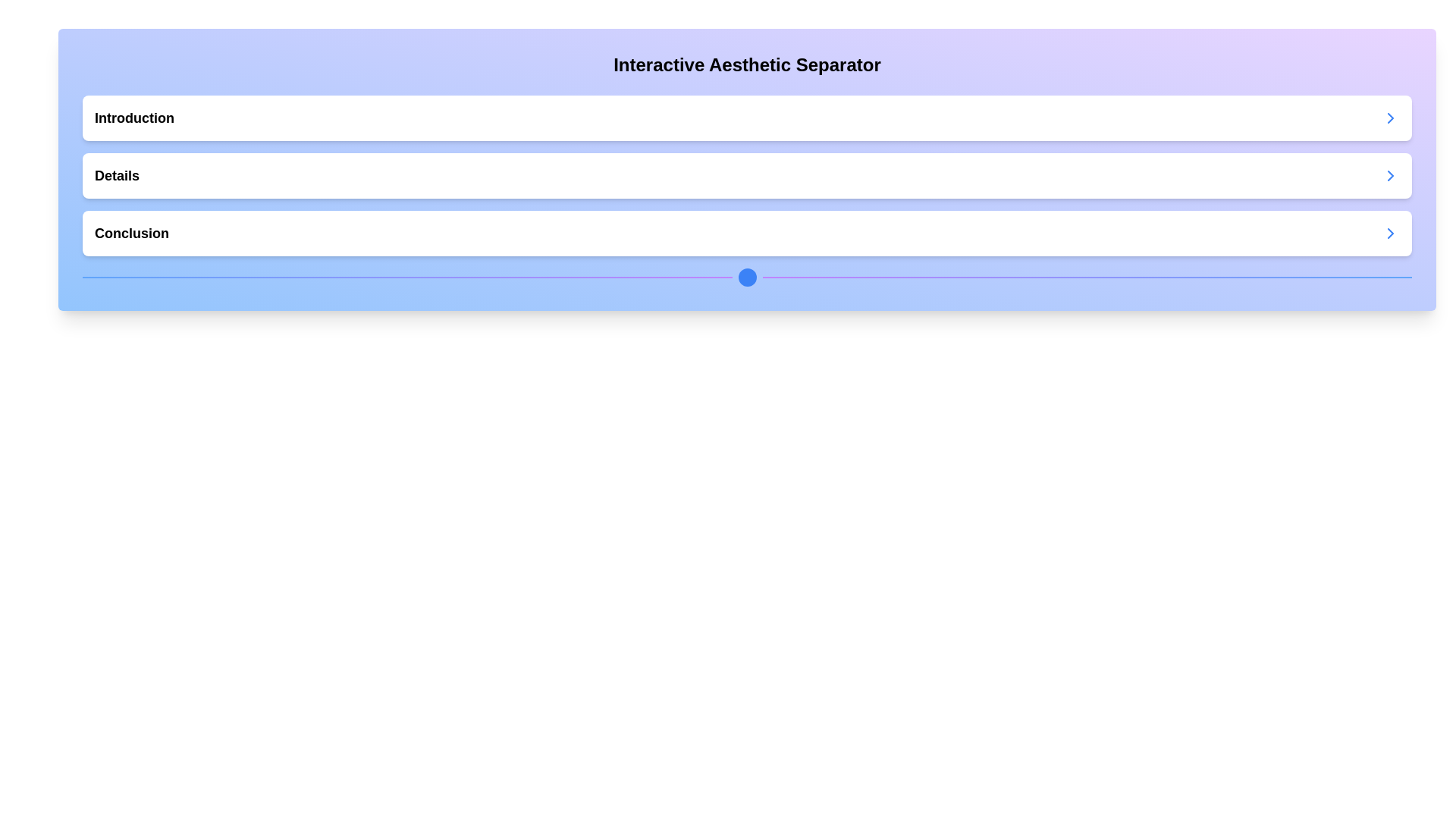 The height and width of the screenshot is (819, 1456). I want to click on the blue rightward-pointing chevron icon located on the far right of the second row labeled 'Details' in the expandable section of the interface, so click(1390, 174).